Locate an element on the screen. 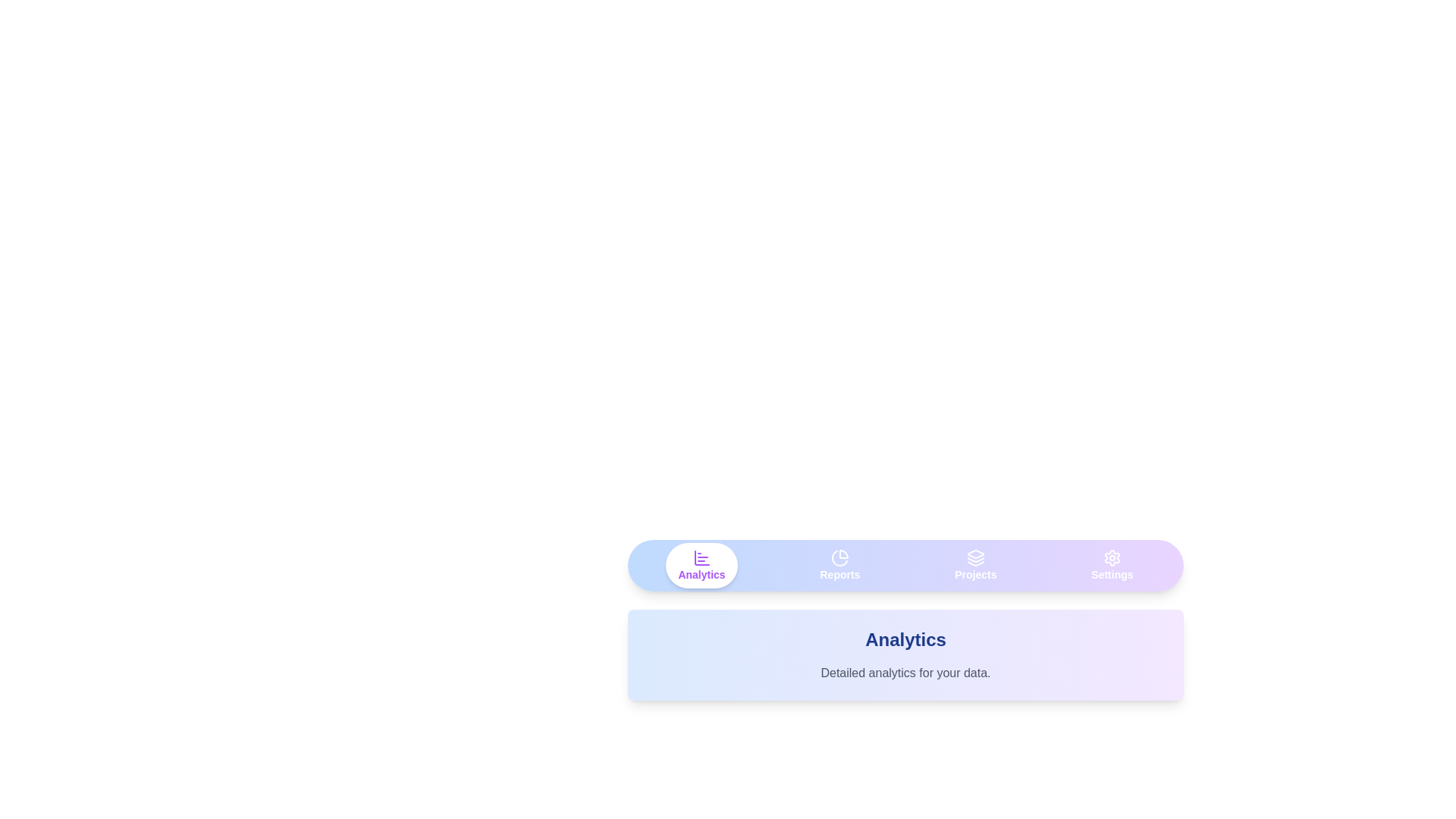 The image size is (1456, 819). the tab button labeled 'Reports' to observe the hover effect is located at coordinates (839, 565).